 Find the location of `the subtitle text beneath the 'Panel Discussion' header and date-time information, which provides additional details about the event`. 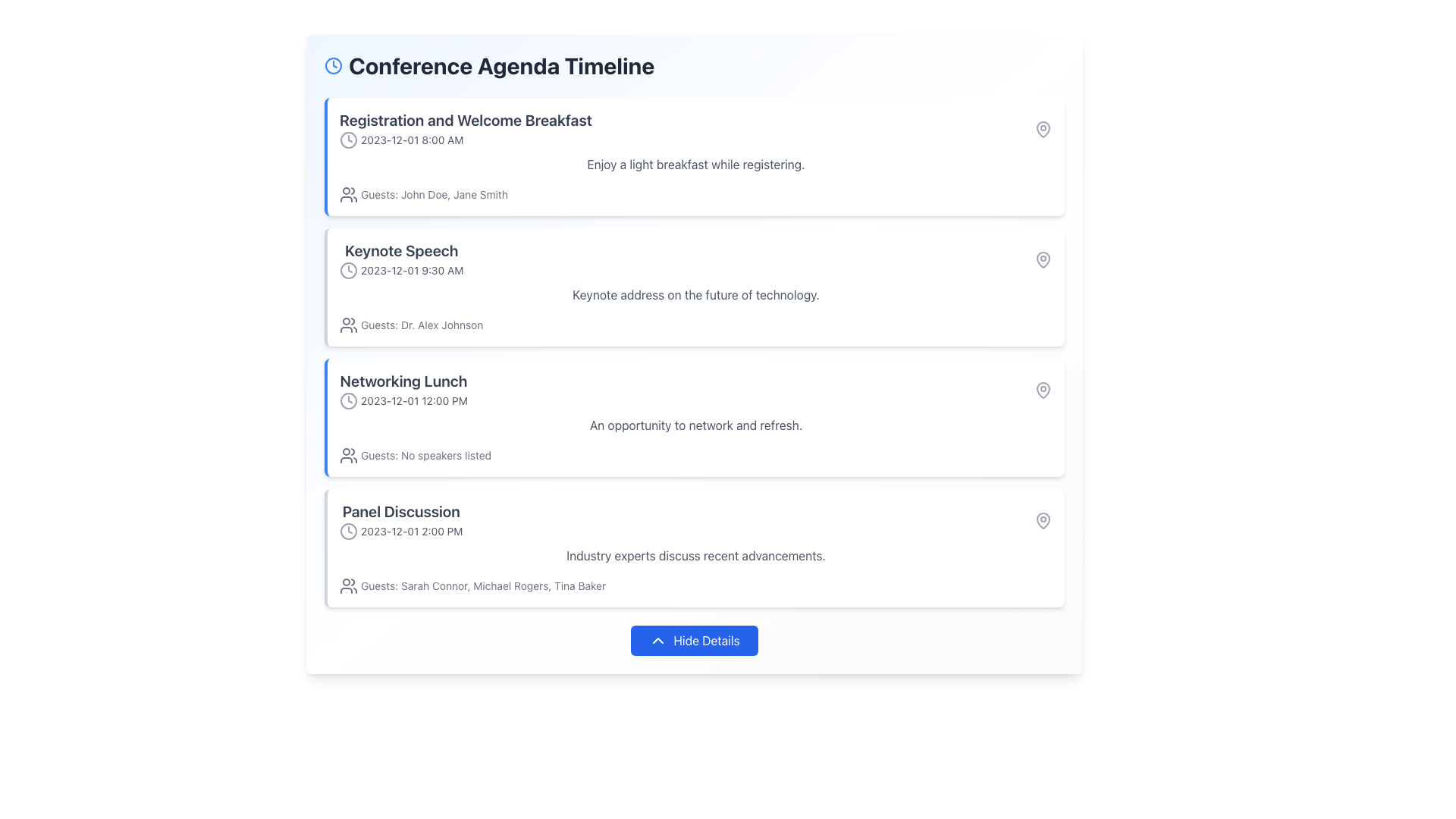

the subtitle text beneath the 'Panel Discussion' header and date-time information, which provides additional details about the event is located at coordinates (695, 555).